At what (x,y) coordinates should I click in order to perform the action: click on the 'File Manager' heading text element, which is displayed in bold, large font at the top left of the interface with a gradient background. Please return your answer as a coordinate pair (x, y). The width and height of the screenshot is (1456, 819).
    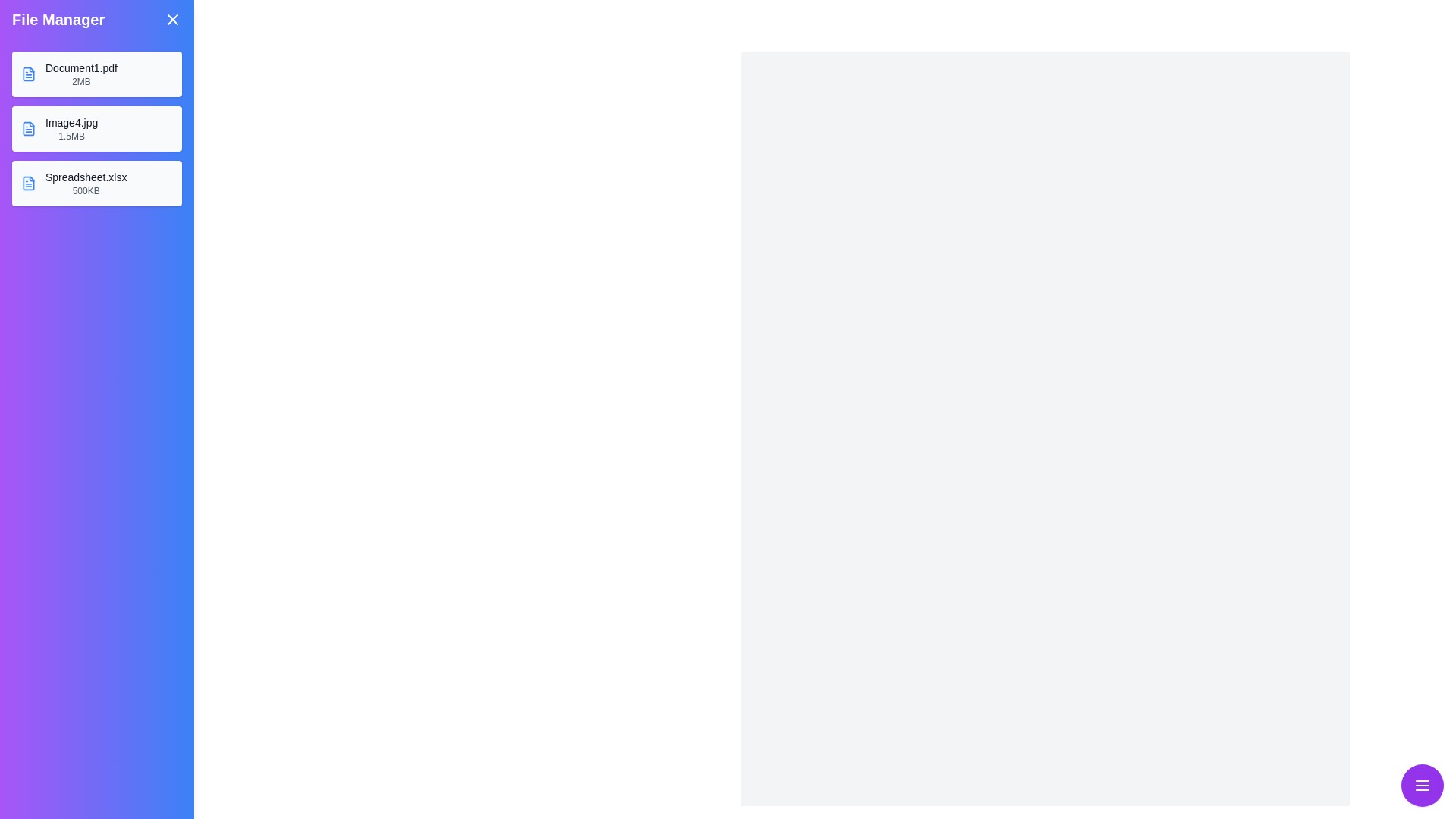
    Looking at the image, I should click on (58, 20).